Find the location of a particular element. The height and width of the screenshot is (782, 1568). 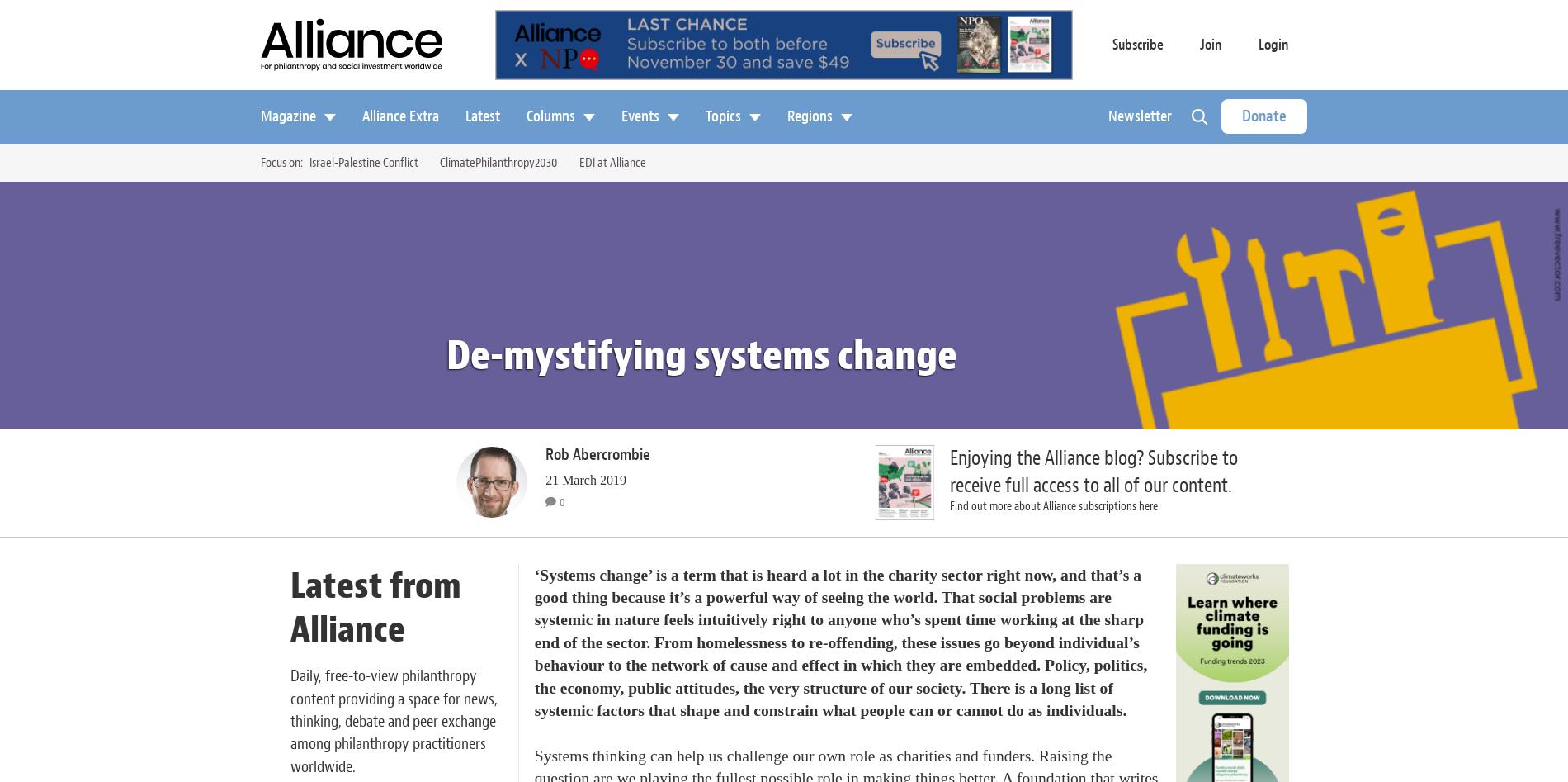

'Subscribe' is located at coordinates (1137, 44).